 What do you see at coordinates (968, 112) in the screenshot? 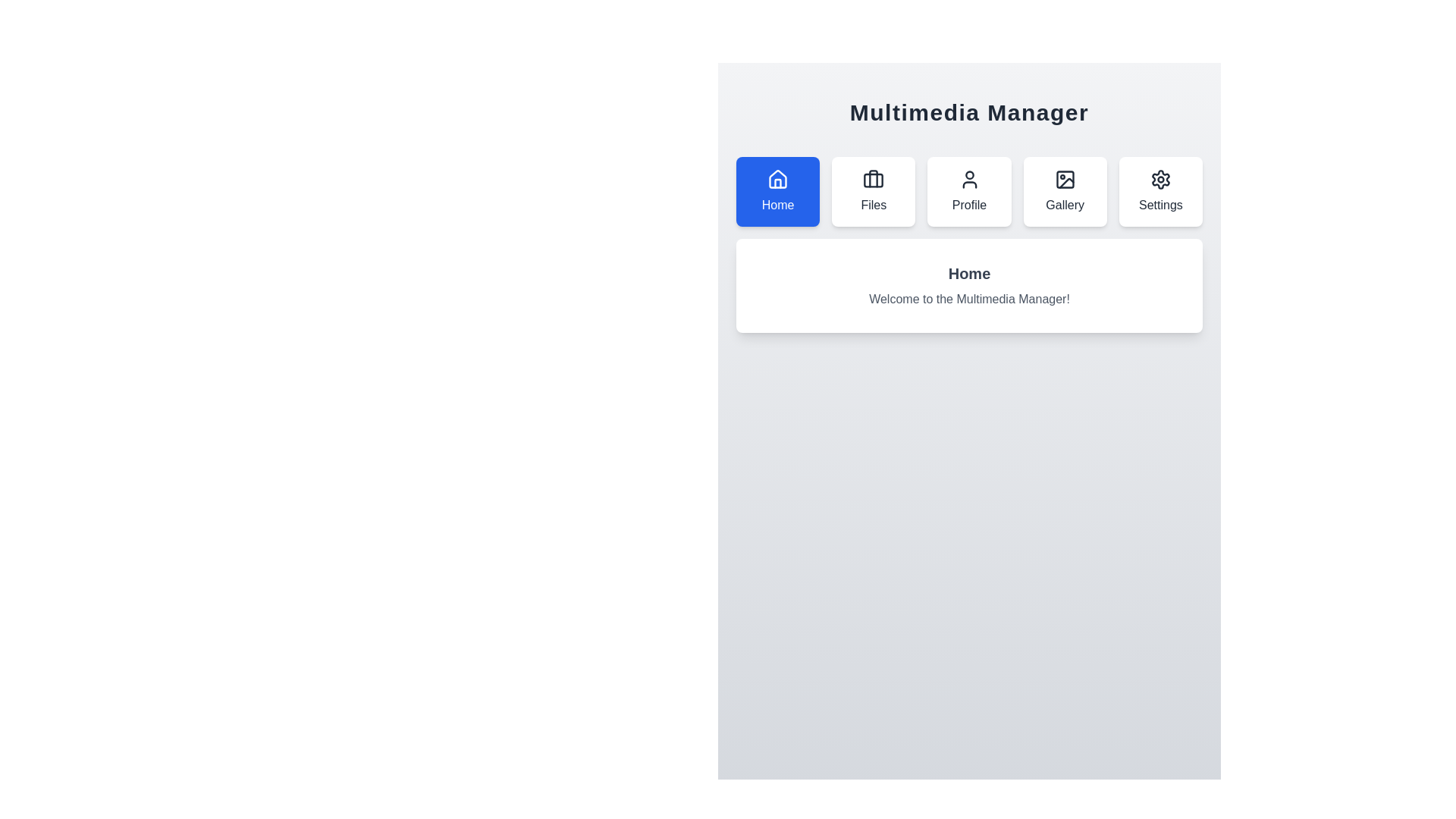
I see `text from the 'Multimedia Manager' label, which is a bold, large text element located at the top center of the interface` at bounding box center [968, 112].